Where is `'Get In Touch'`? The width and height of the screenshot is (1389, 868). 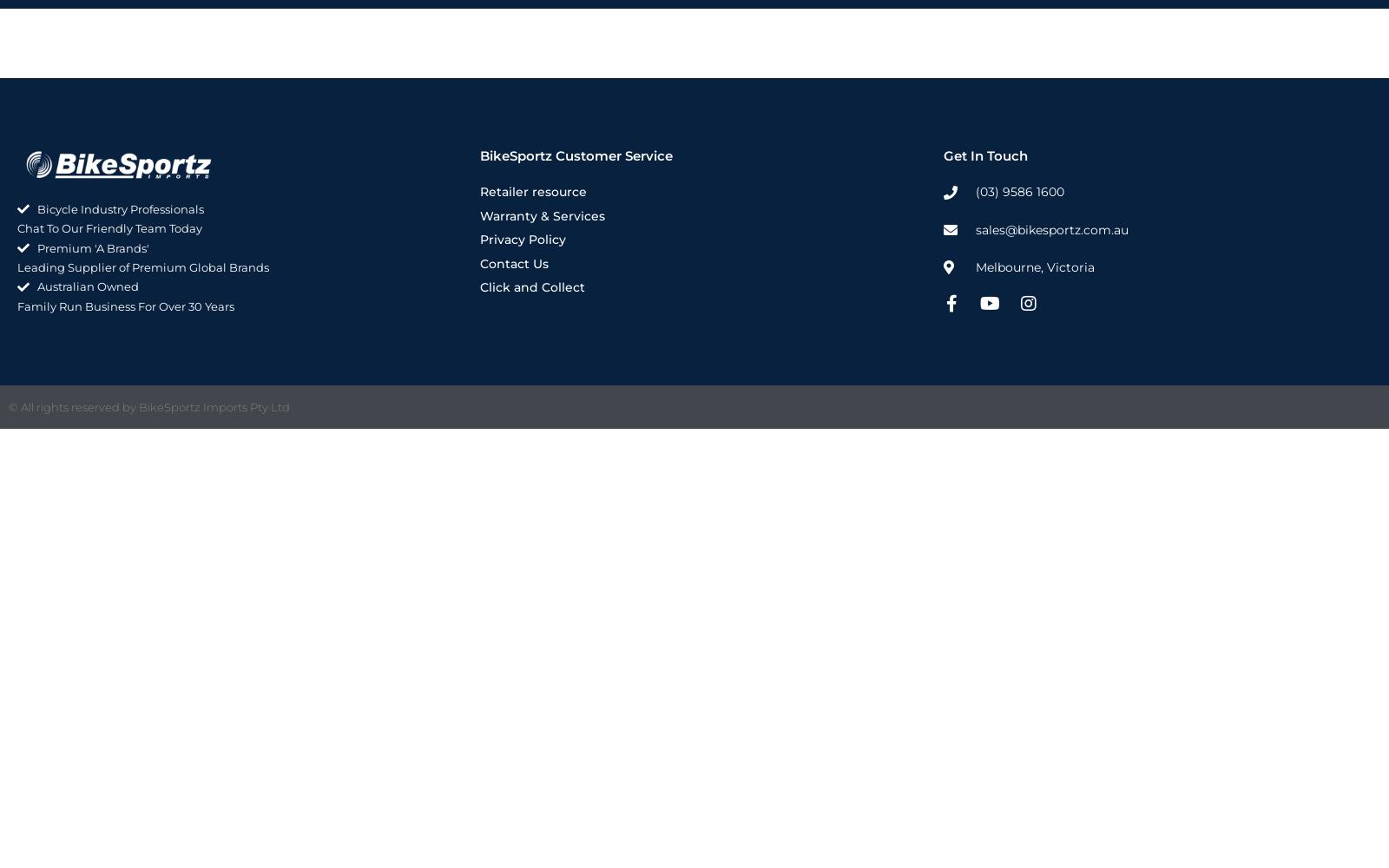
'Get In Touch' is located at coordinates (984, 155).